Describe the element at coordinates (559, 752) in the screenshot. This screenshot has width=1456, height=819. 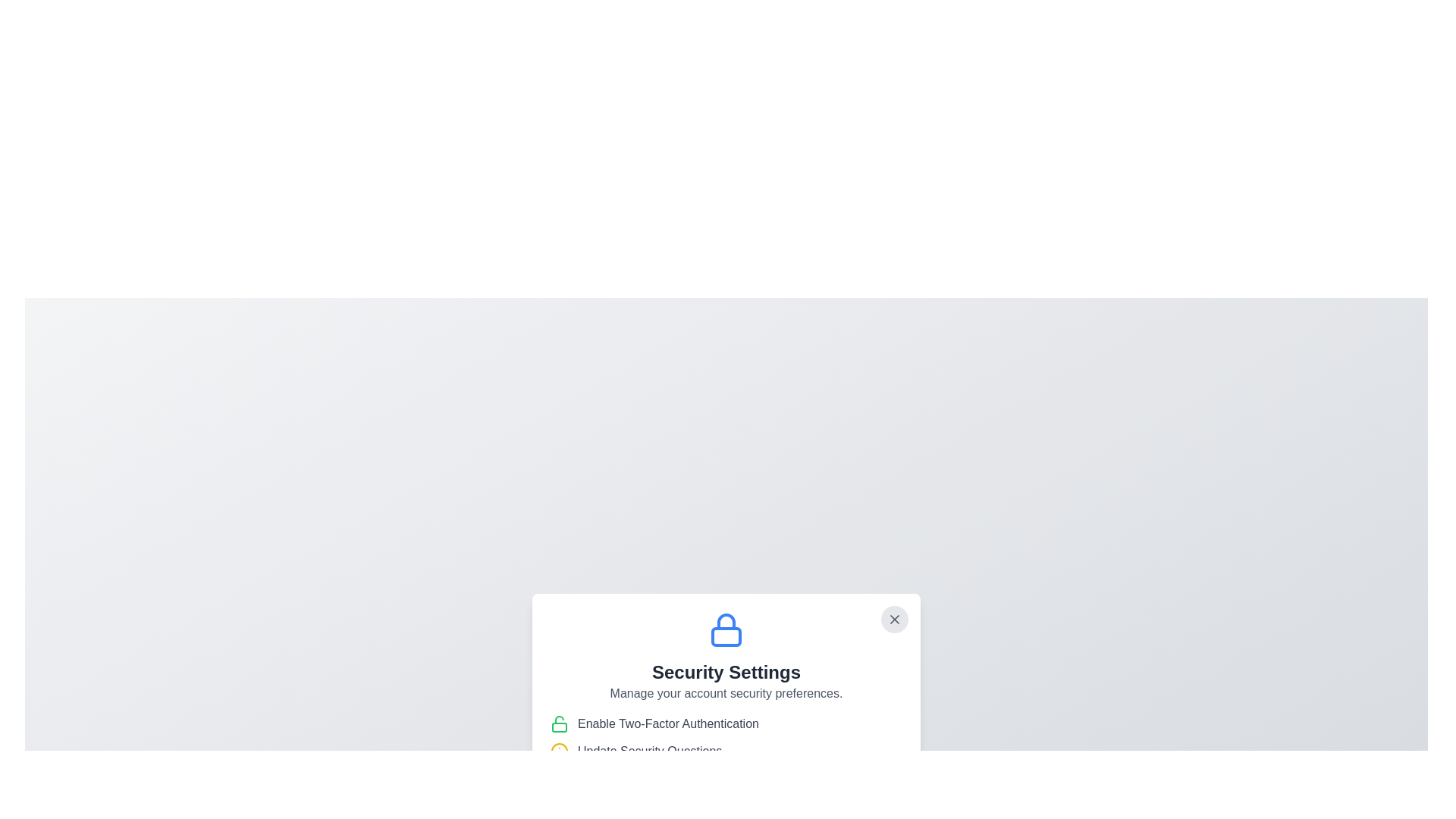
I see `the info icon that visually indicates the 'Update Security Questions' option, which is positioned on the left side of the corresponding text` at that location.